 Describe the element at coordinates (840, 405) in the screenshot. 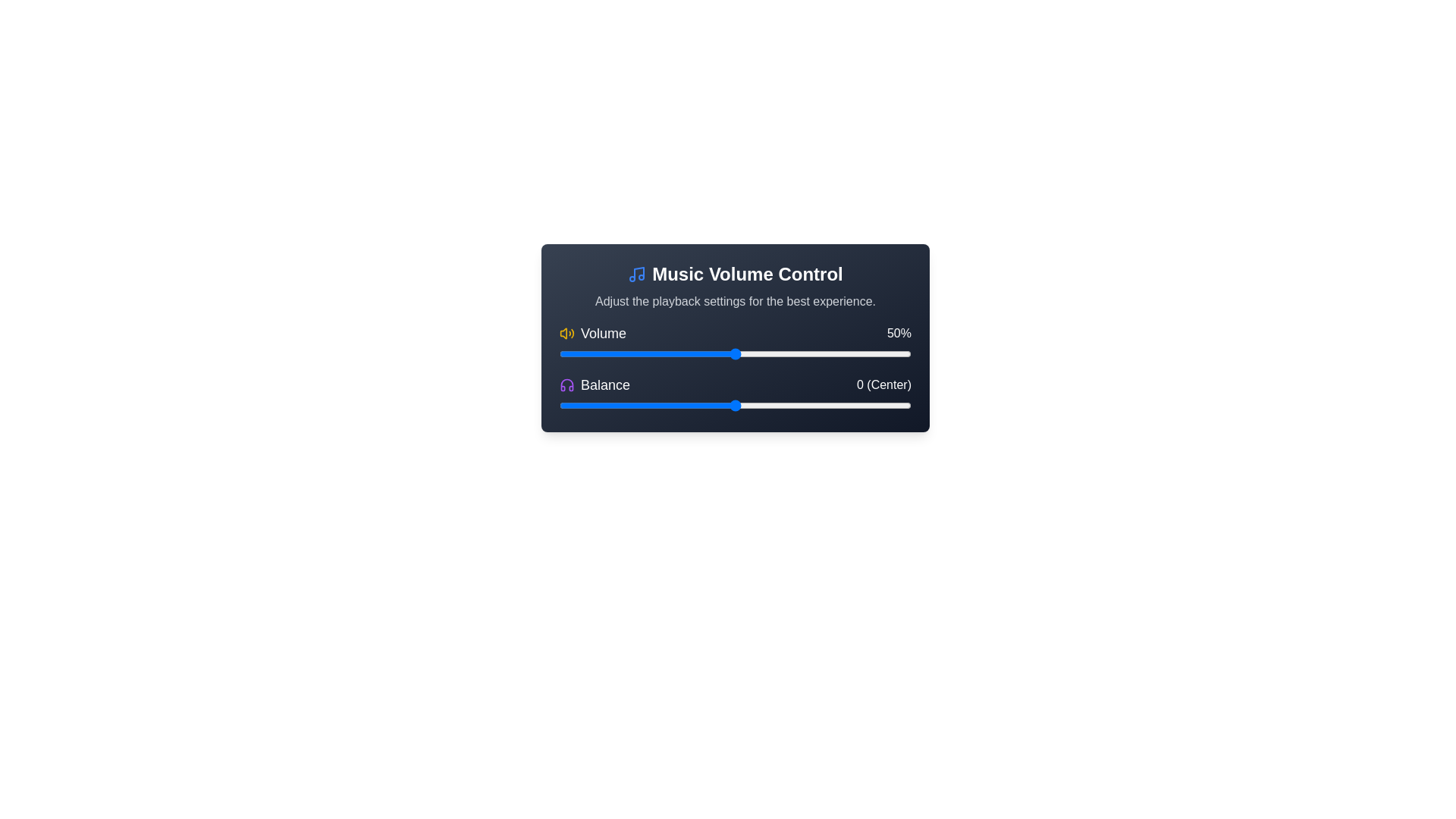

I see `the balance slider to 30 value` at that location.